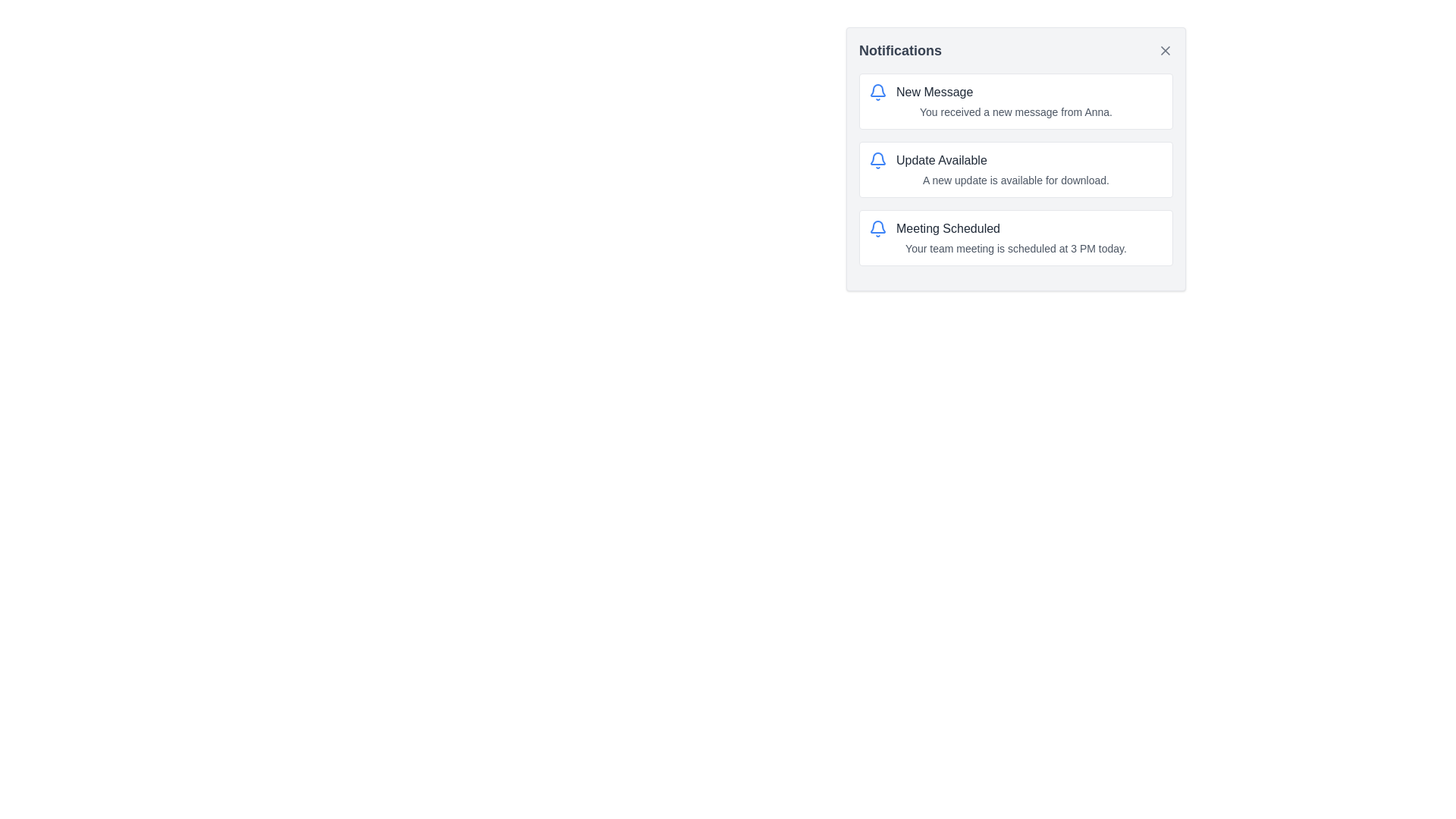  I want to click on meeting details from the third notification card which informs about a scheduled team meeting at 3 PM today, so click(1015, 237).